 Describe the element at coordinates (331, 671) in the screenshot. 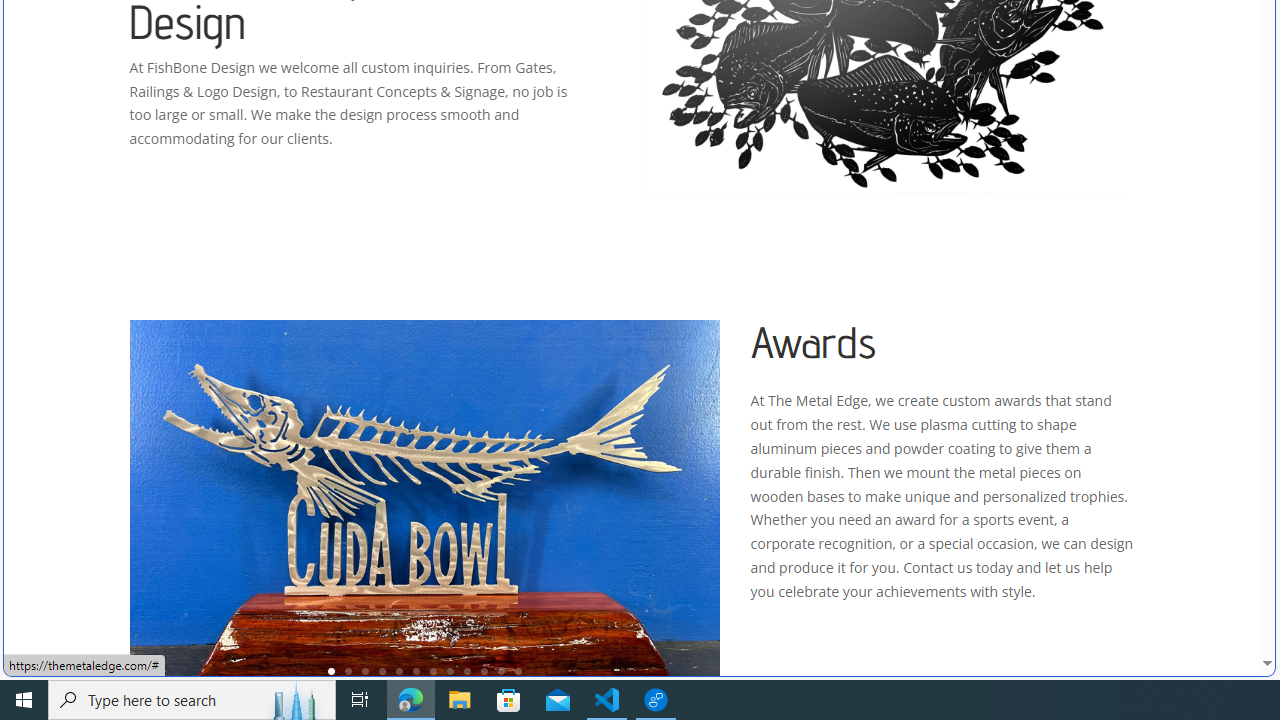

I see `'1'` at that location.